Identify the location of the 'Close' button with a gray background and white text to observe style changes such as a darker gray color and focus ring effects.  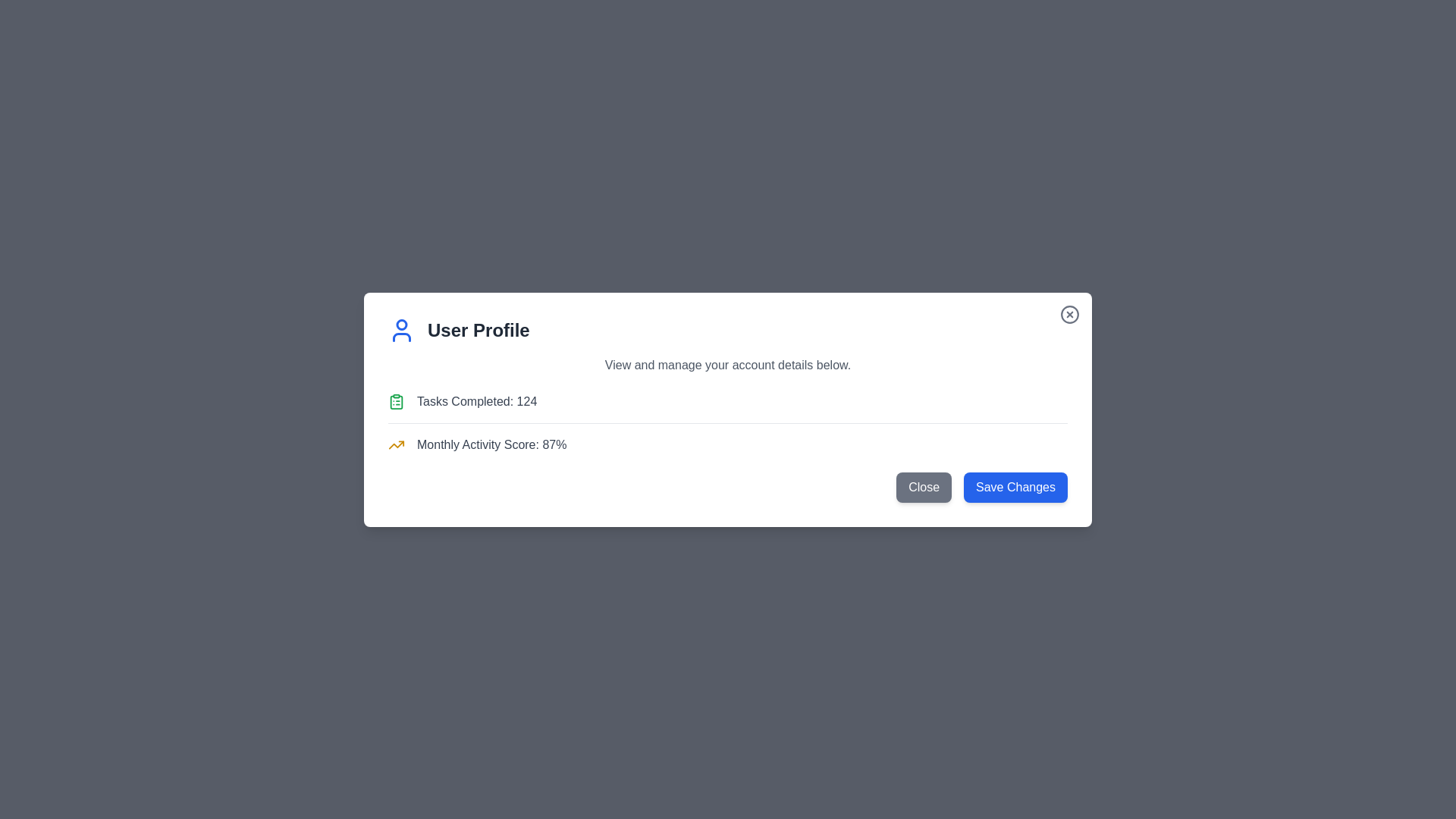
(923, 487).